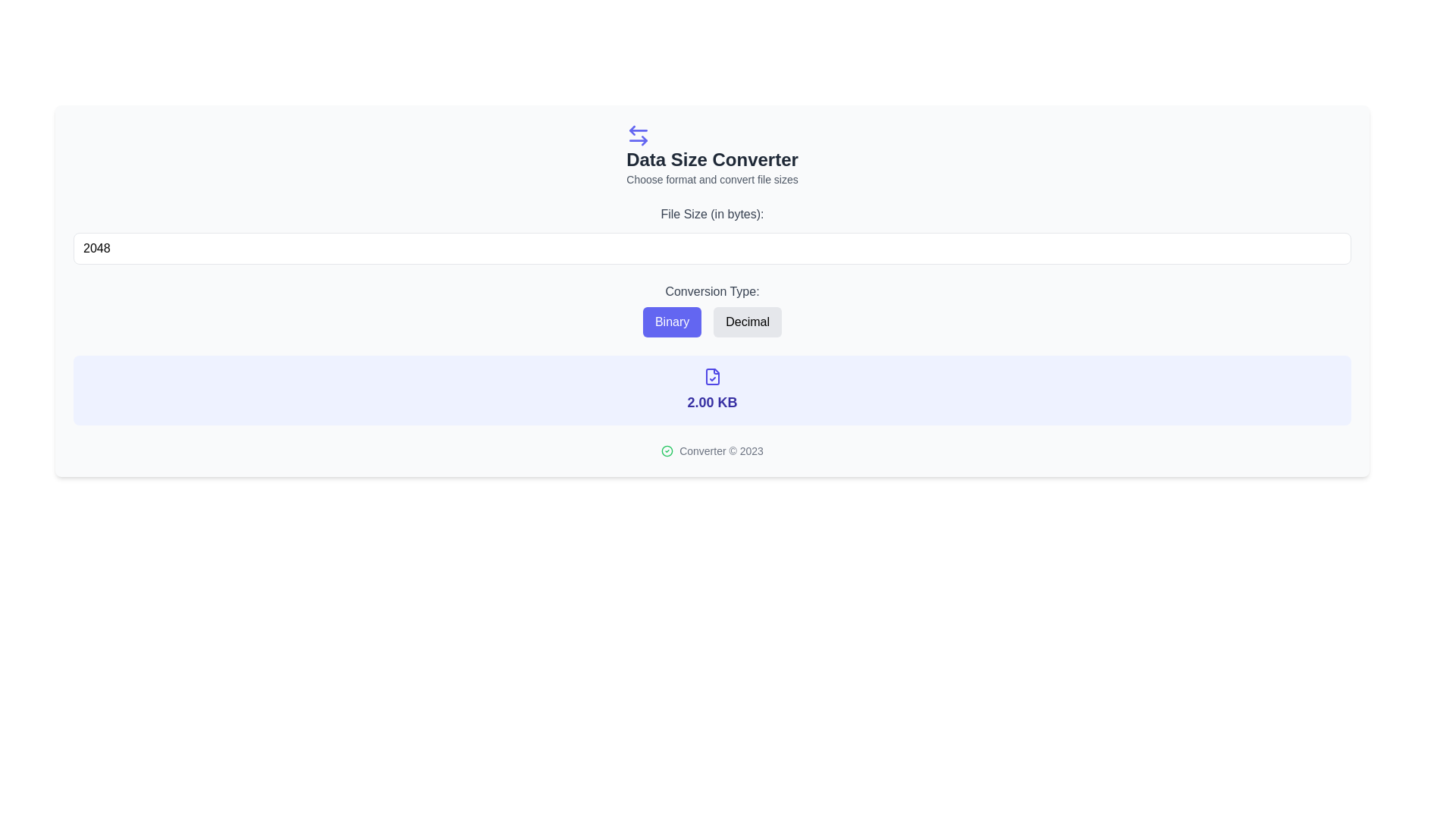 Image resolution: width=1456 pixels, height=819 pixels. I want to click on the leftmost component of the file/document icon group, which visually aids in conveying the concept of files or documents, located below the 'Decimal' and 'Binary' buttons and above the text '2.00 KB', so click(711, 376).